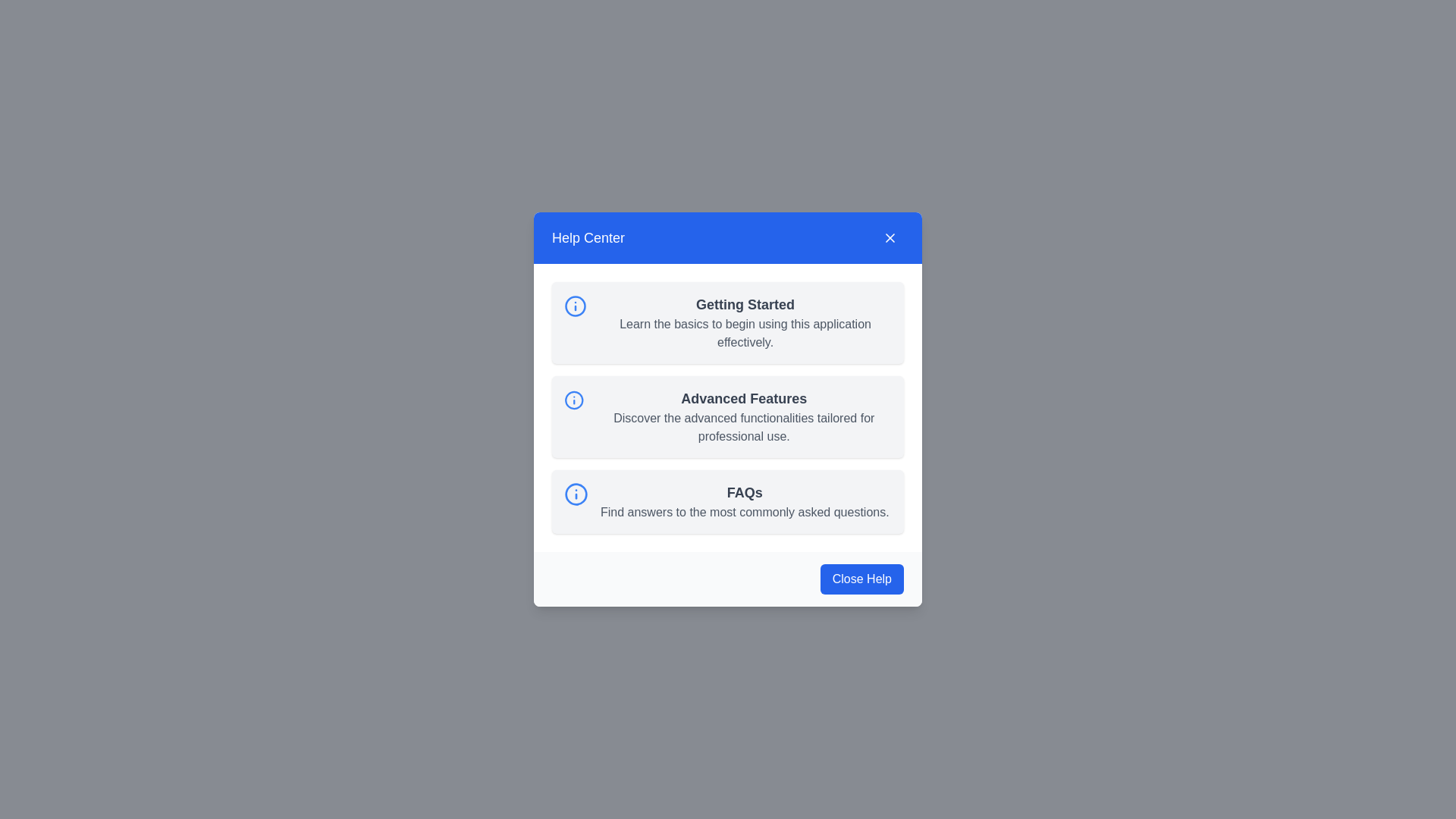 This screenshot has width=1456, height=819. Describe the element at coordinates (728, 417) in the screenshot. I see `description of the informational list item labeled 'Advanced Features' which is the second item in the help center list, featuring a blue circular info icon on the left and the title and subtitle on the right` at that location.